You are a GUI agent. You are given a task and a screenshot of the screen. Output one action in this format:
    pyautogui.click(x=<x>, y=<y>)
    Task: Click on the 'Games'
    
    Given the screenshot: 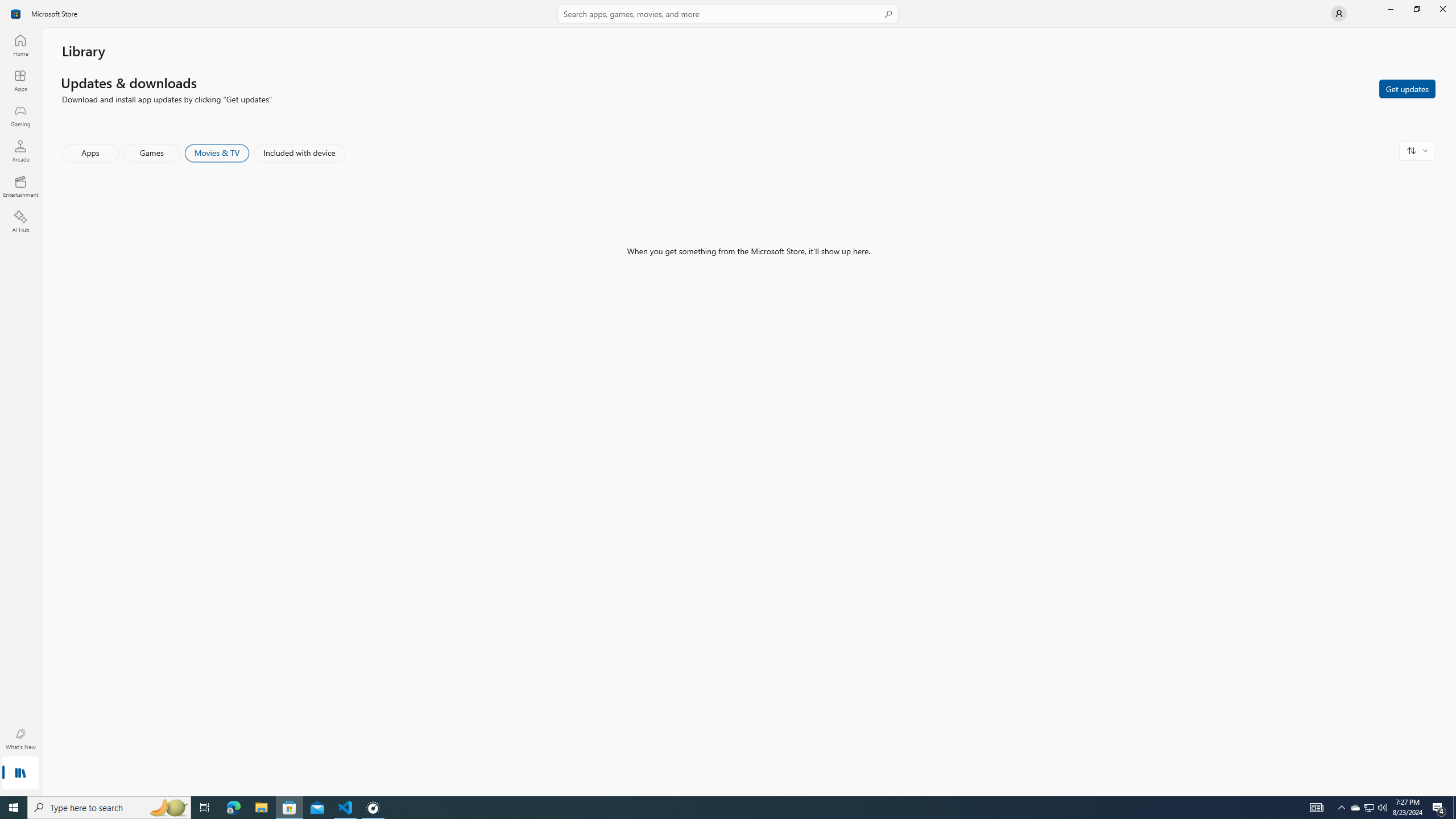 What is the action you would take?
    pyautogui.click(x=151, y=152)
    